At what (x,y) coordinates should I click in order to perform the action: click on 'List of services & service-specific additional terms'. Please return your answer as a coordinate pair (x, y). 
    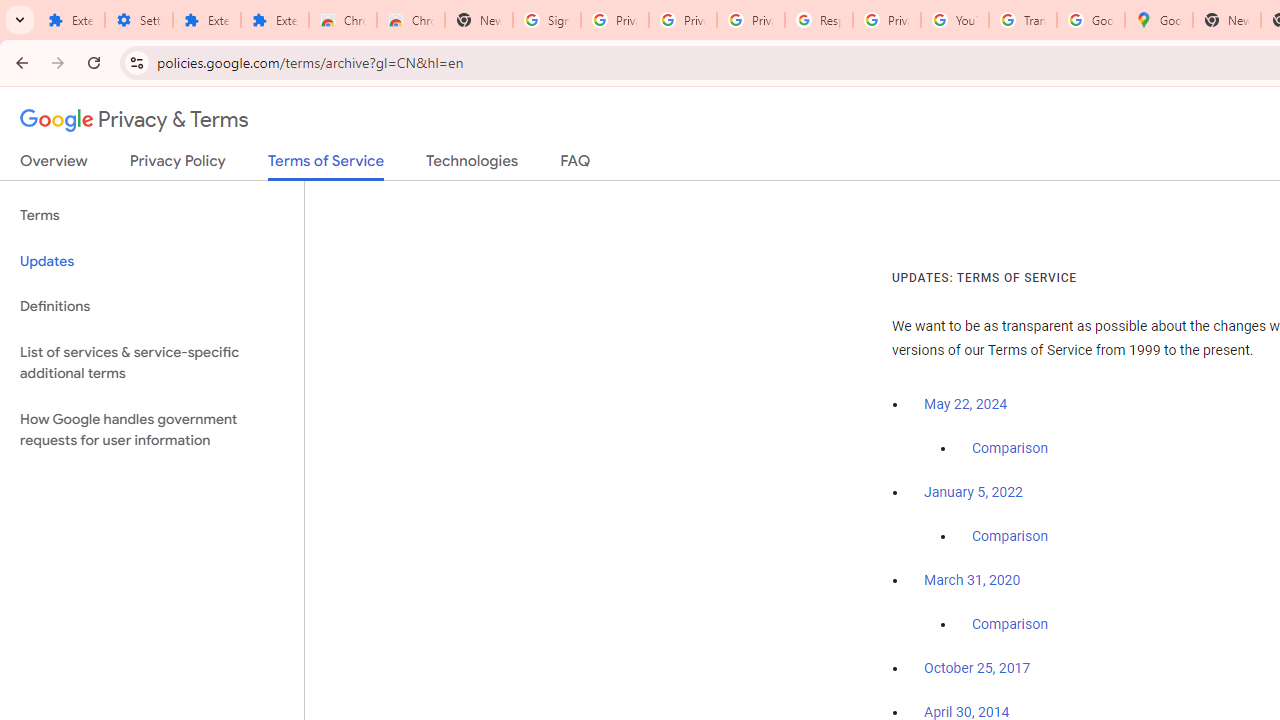
    Looking at the image, I should click on (151, 362).